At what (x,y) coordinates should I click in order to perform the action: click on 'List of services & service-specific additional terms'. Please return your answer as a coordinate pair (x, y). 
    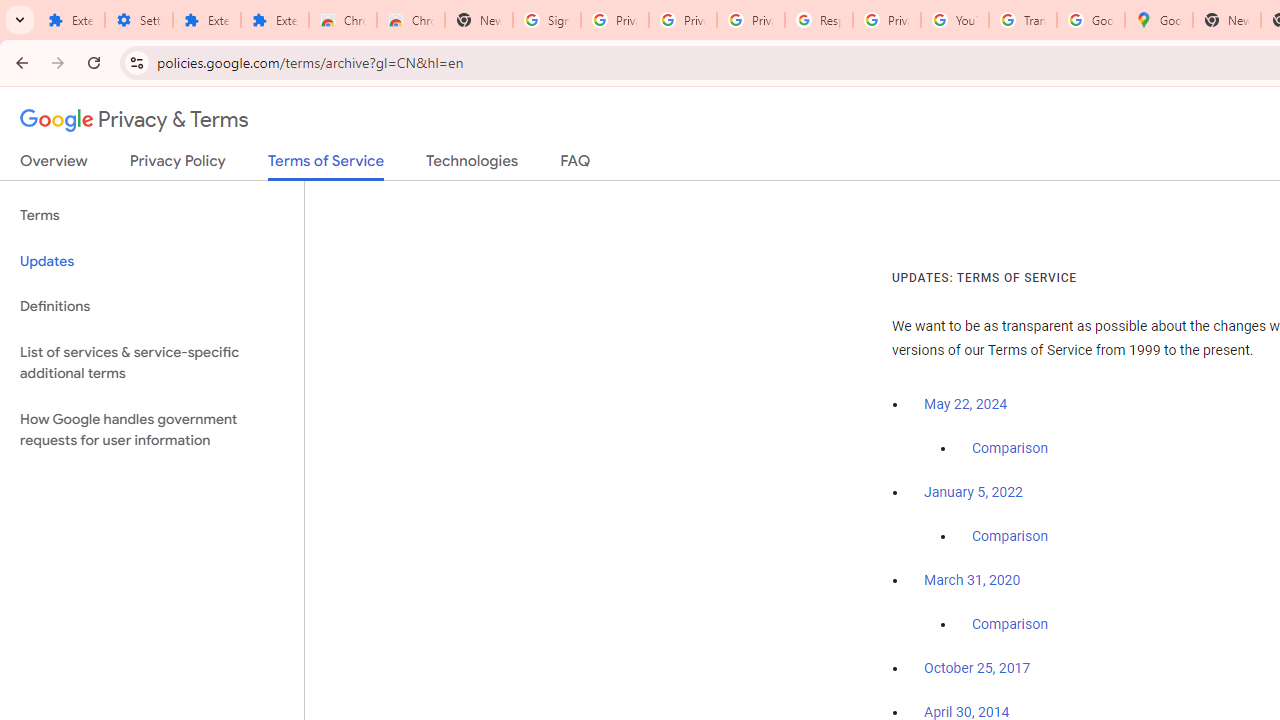
    Looking at the image, I should click on (151, 362).